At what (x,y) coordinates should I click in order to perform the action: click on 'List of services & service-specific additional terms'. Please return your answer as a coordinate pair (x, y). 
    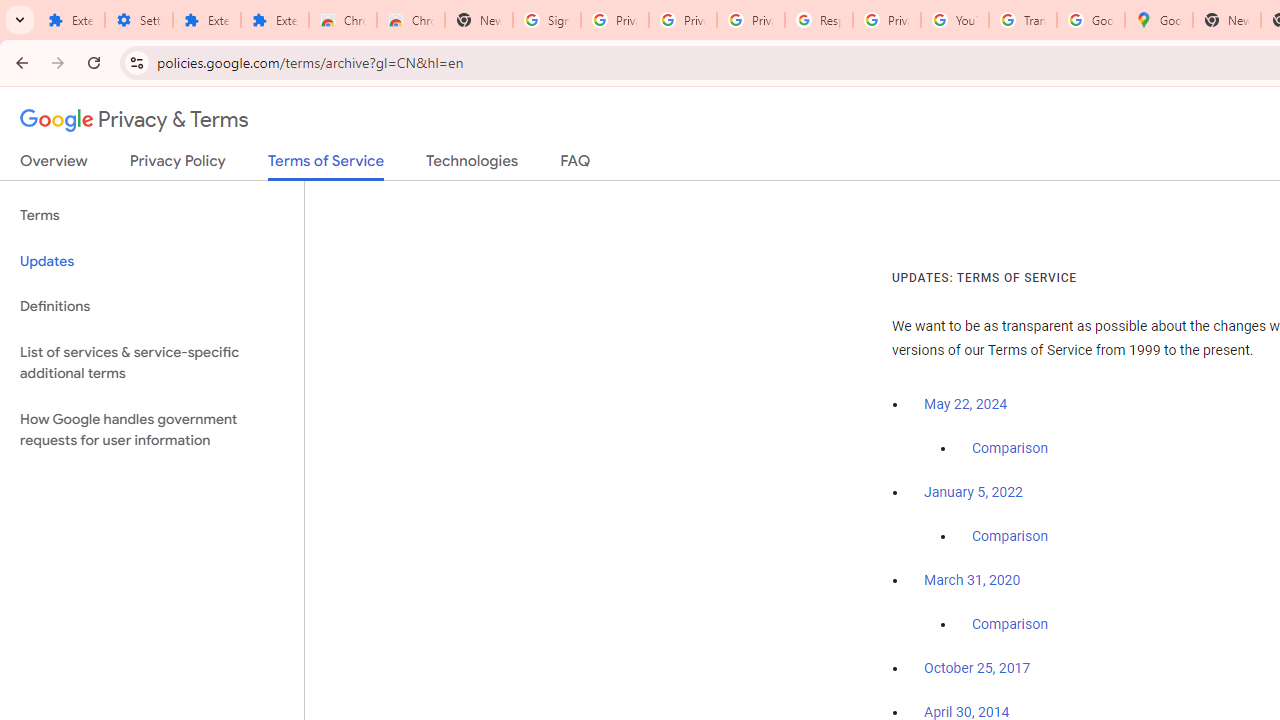
    Looking at the image, I should click on (151, 362).